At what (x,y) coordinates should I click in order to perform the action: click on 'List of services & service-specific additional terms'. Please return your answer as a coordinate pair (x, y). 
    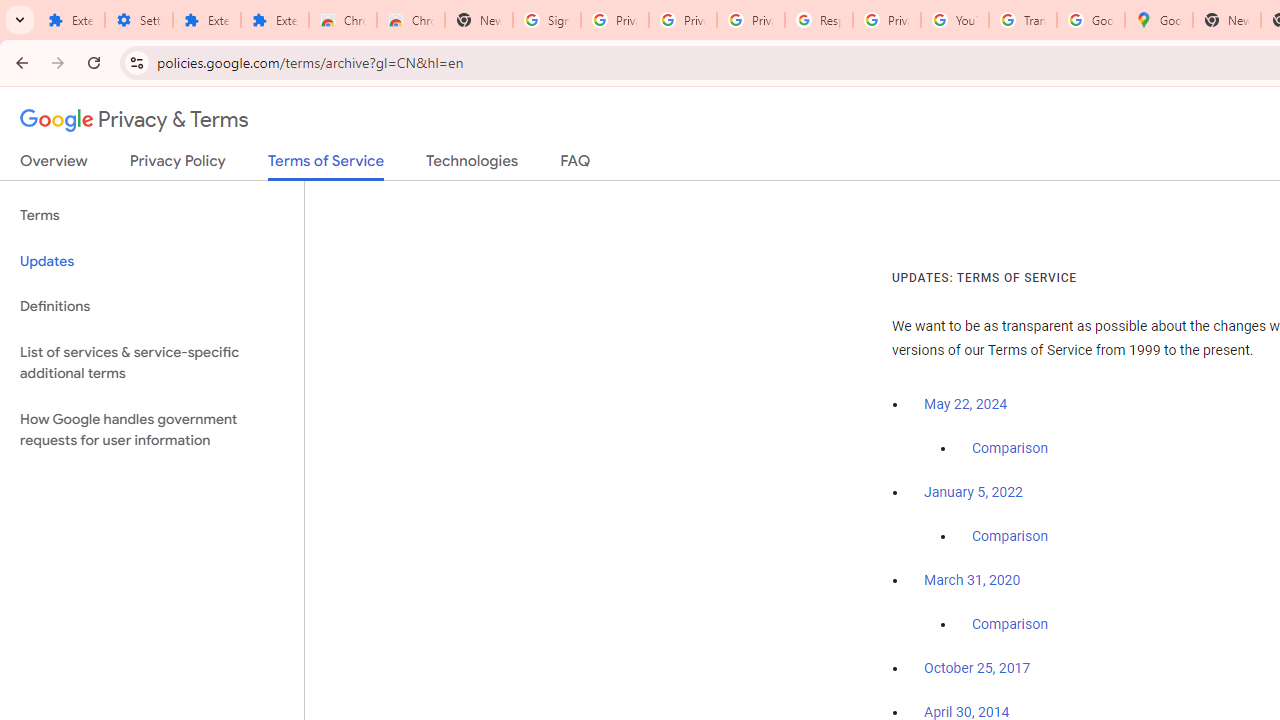
    Looking at the image, I should click on (151, 362).